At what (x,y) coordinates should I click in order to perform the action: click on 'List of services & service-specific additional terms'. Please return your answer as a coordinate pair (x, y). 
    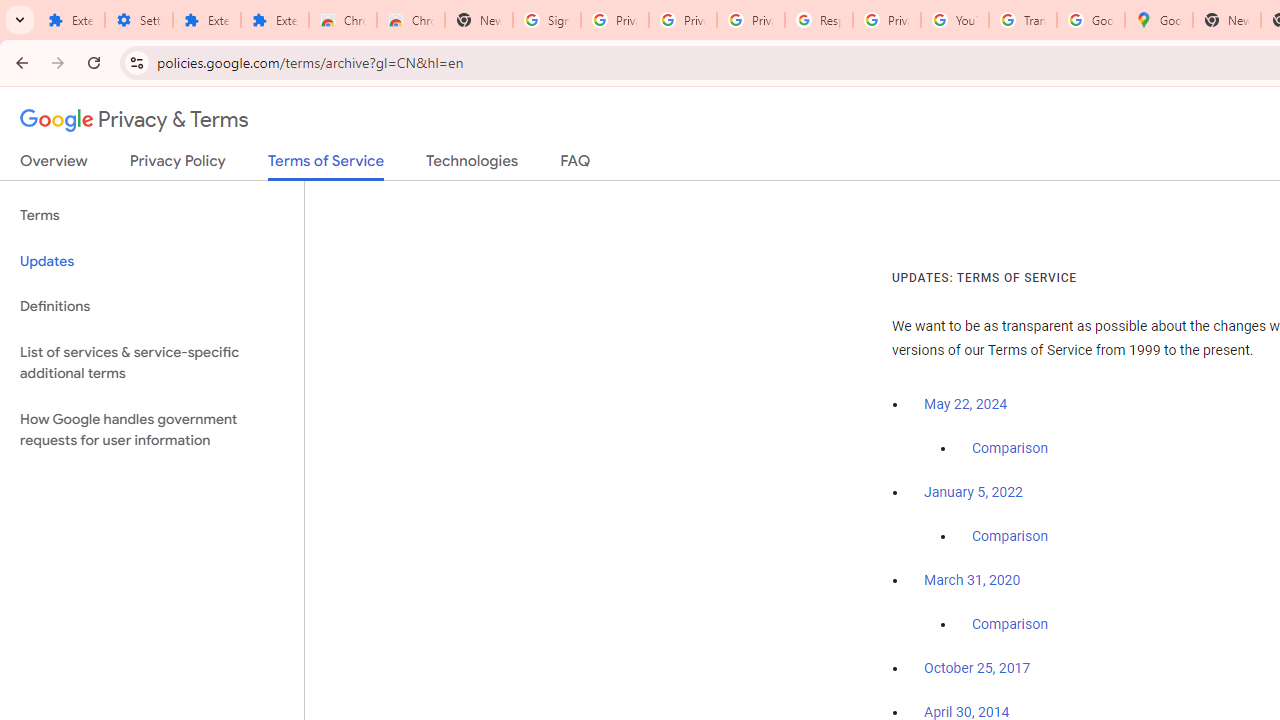
    Looking at the image, I should click on (151, 362).